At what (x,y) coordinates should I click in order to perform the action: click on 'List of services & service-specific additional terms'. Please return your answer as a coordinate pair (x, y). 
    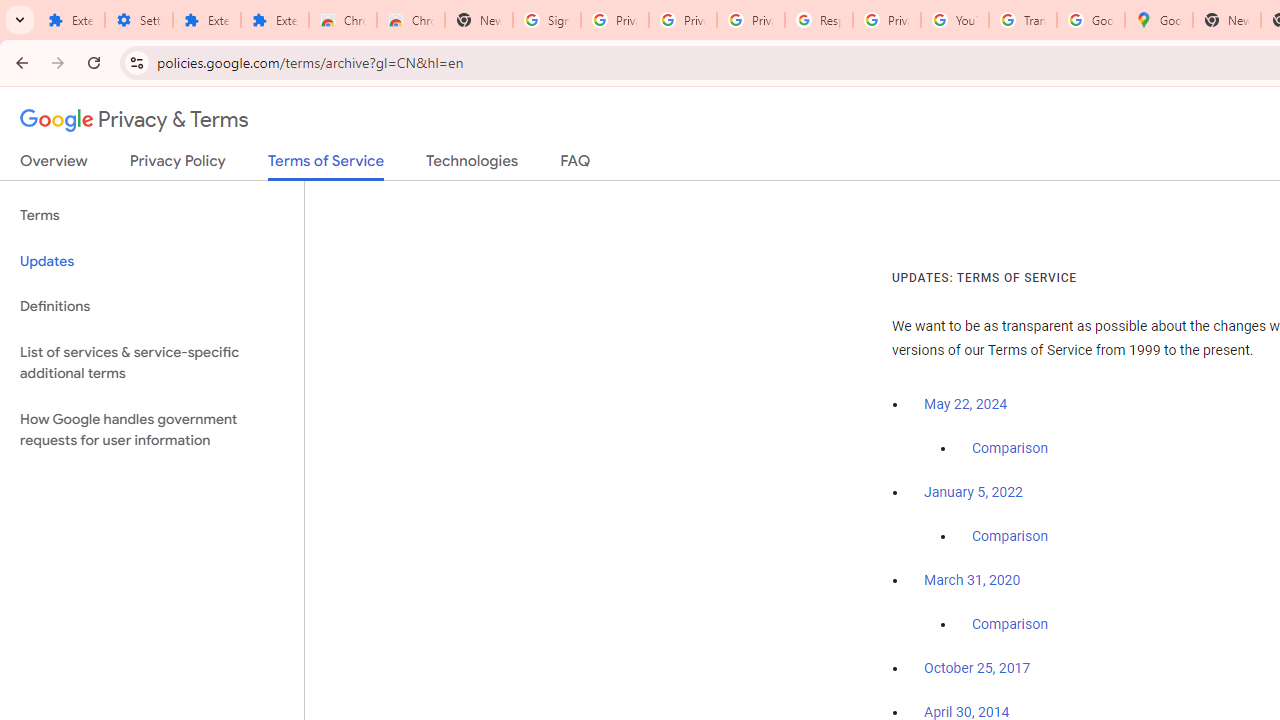
    Looking at the image, I should click on (151, 362).